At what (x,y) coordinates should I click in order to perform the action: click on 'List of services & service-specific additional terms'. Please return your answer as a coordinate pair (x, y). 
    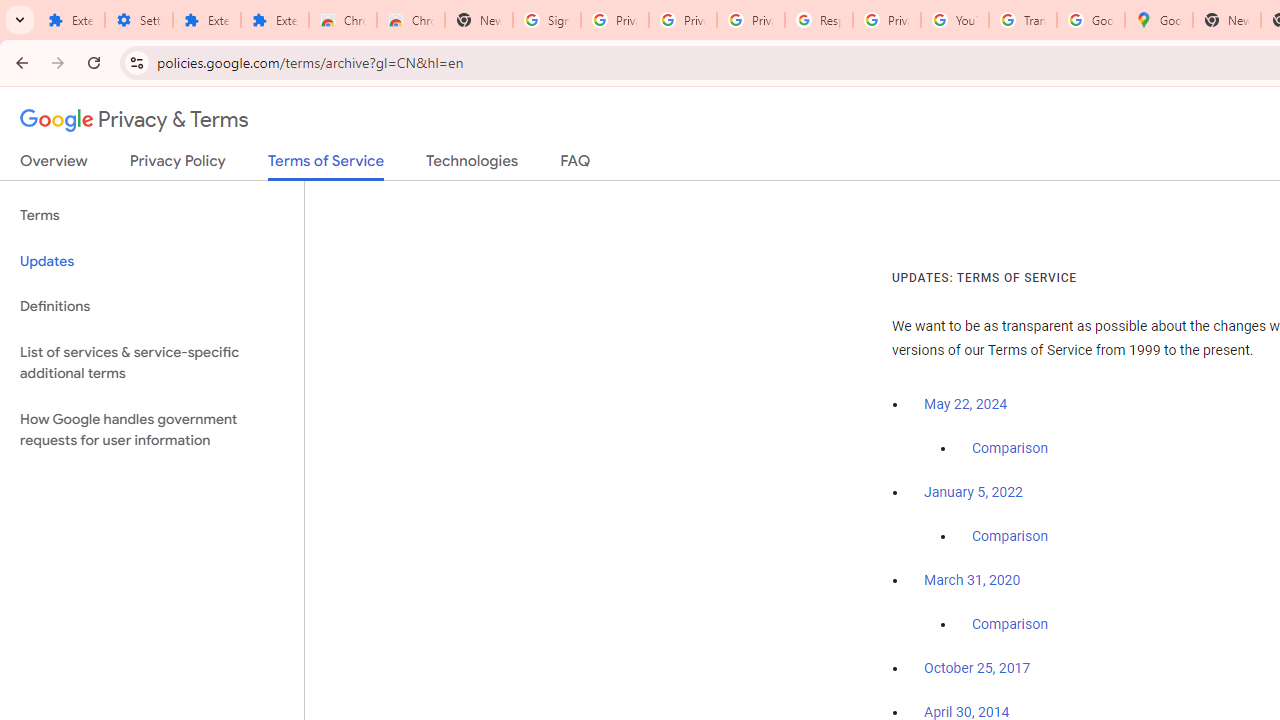
    Looking at the image, I should click on (151, 362).